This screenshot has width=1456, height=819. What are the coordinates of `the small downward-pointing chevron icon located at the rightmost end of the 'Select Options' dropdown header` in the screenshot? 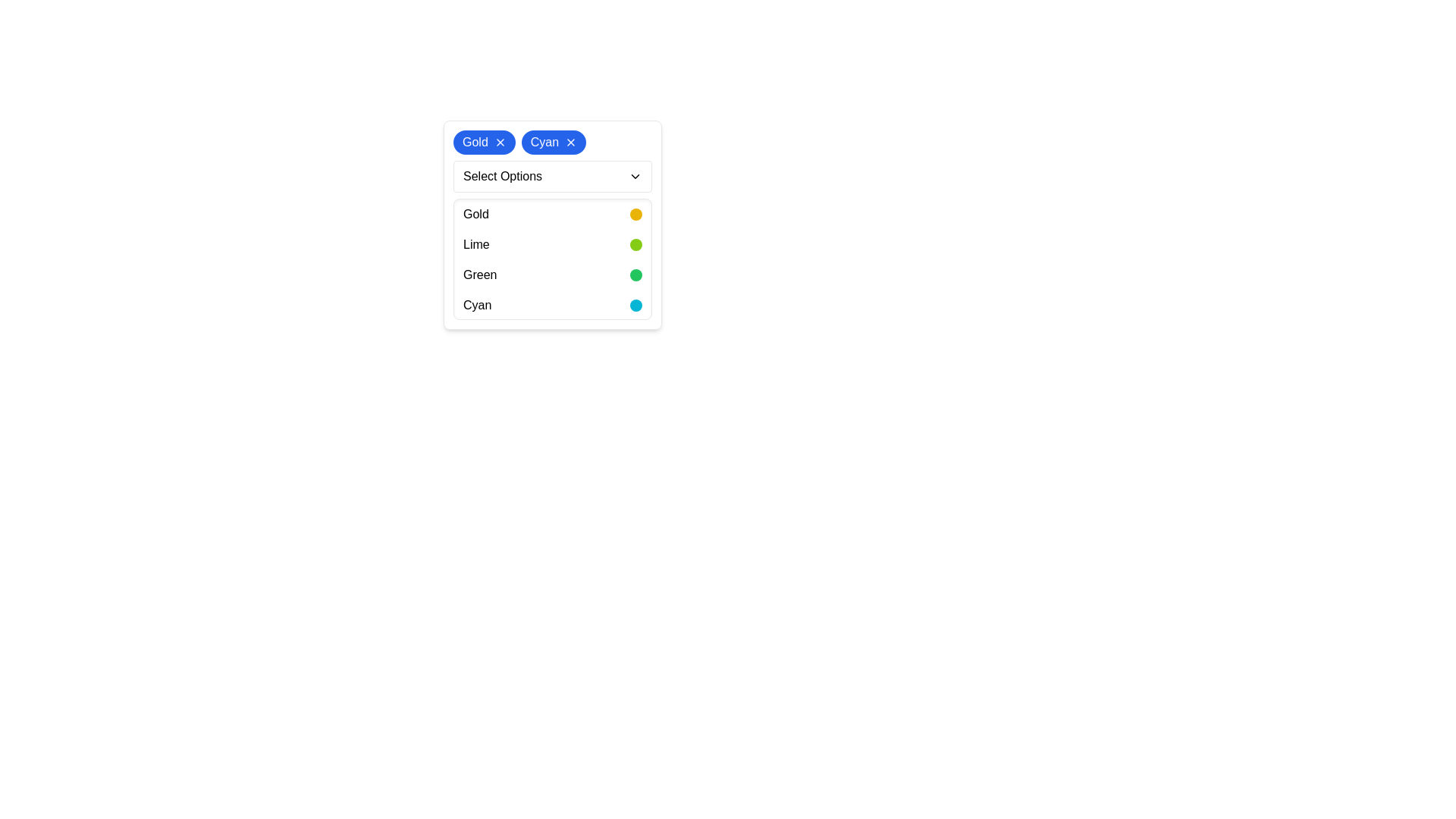 It's located at (635, 175).